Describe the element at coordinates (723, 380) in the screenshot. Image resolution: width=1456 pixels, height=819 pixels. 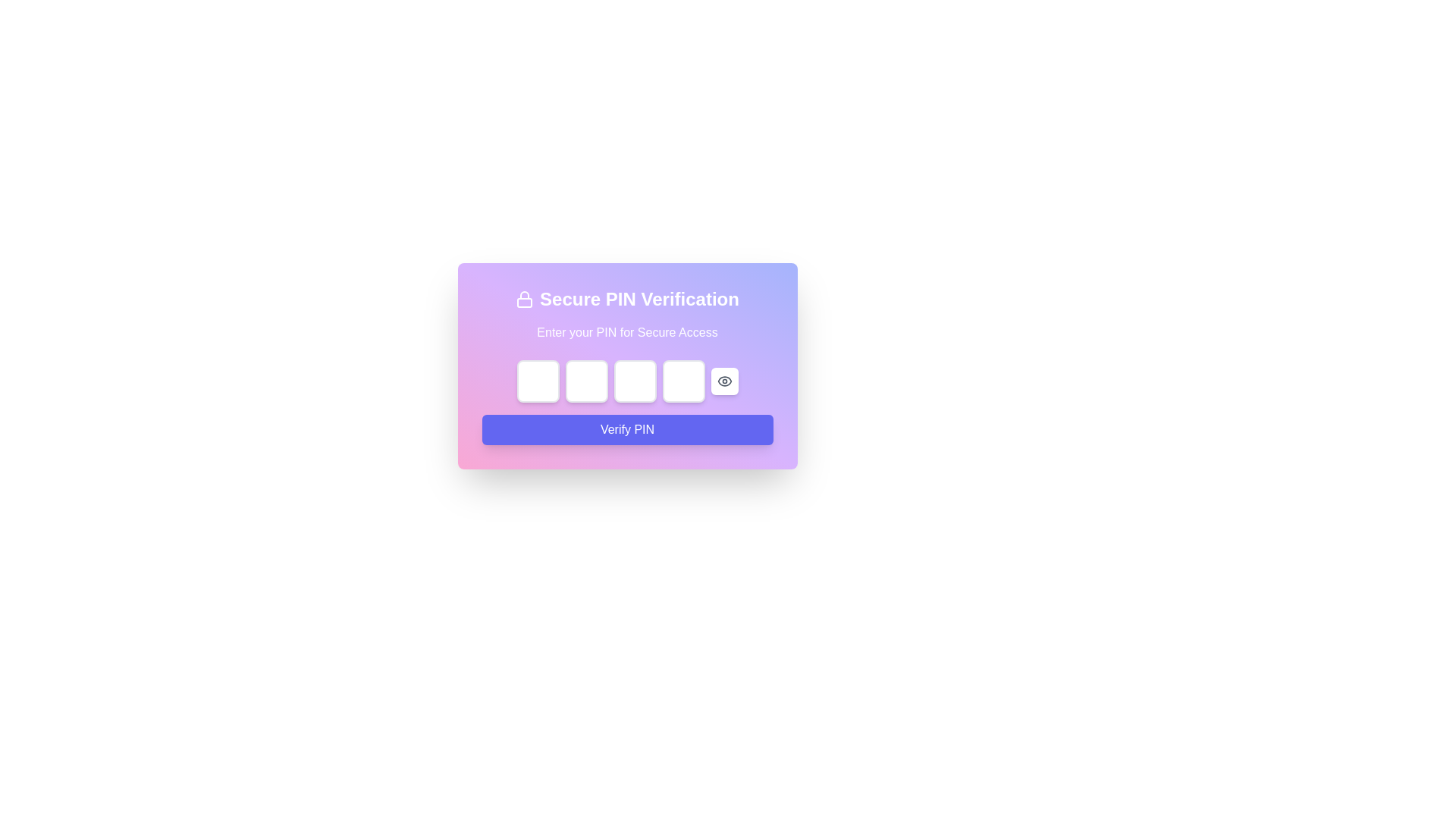
I see `the gray eye-shaped icon located to the right of the fourth PIN input box in the 'Secure PIN Verification' dialog` at that location.